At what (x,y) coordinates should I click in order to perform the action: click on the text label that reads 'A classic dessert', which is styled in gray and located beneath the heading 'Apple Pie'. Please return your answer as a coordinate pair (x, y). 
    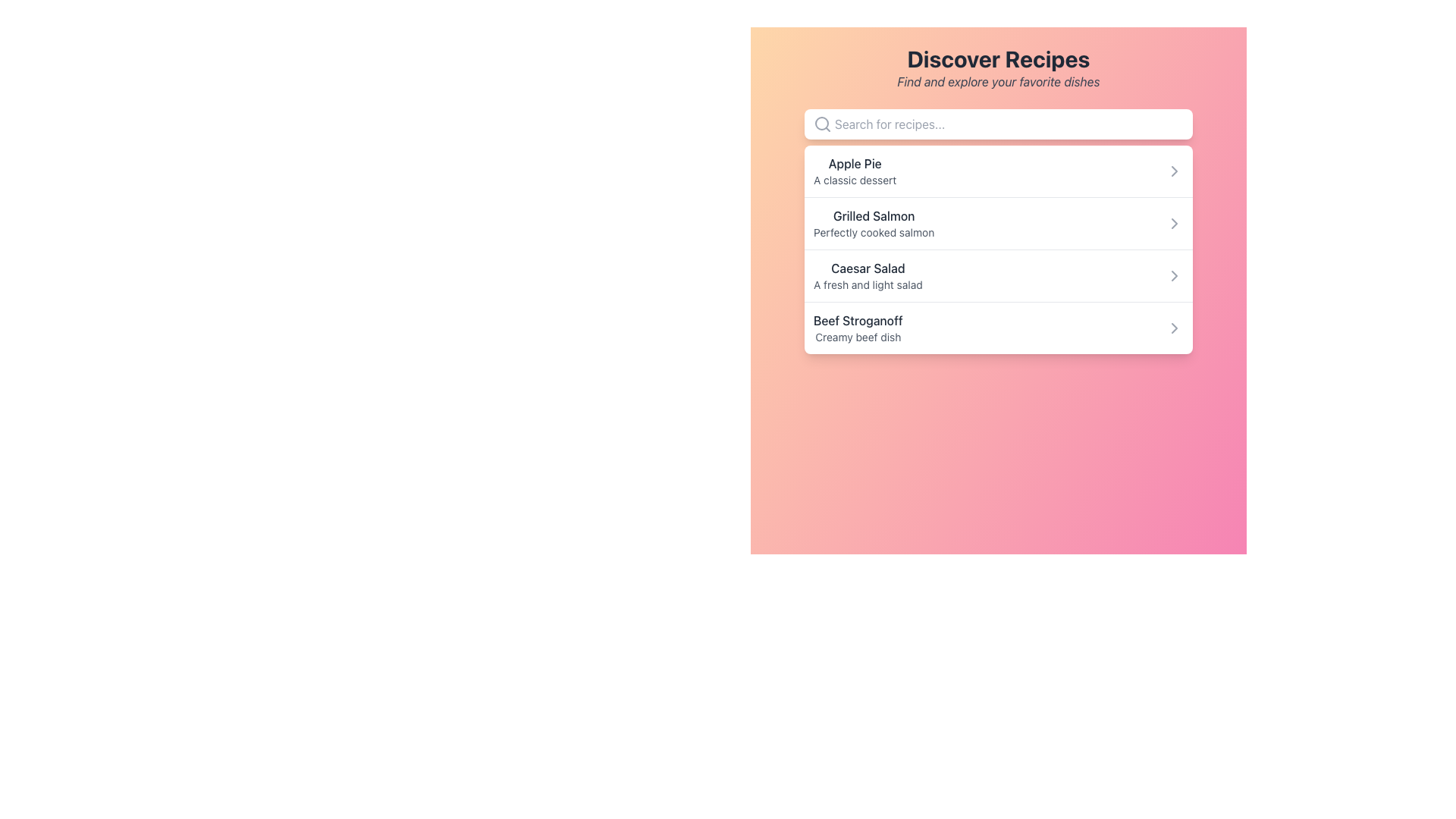
    Looking at the image, I should click on (855, 180).